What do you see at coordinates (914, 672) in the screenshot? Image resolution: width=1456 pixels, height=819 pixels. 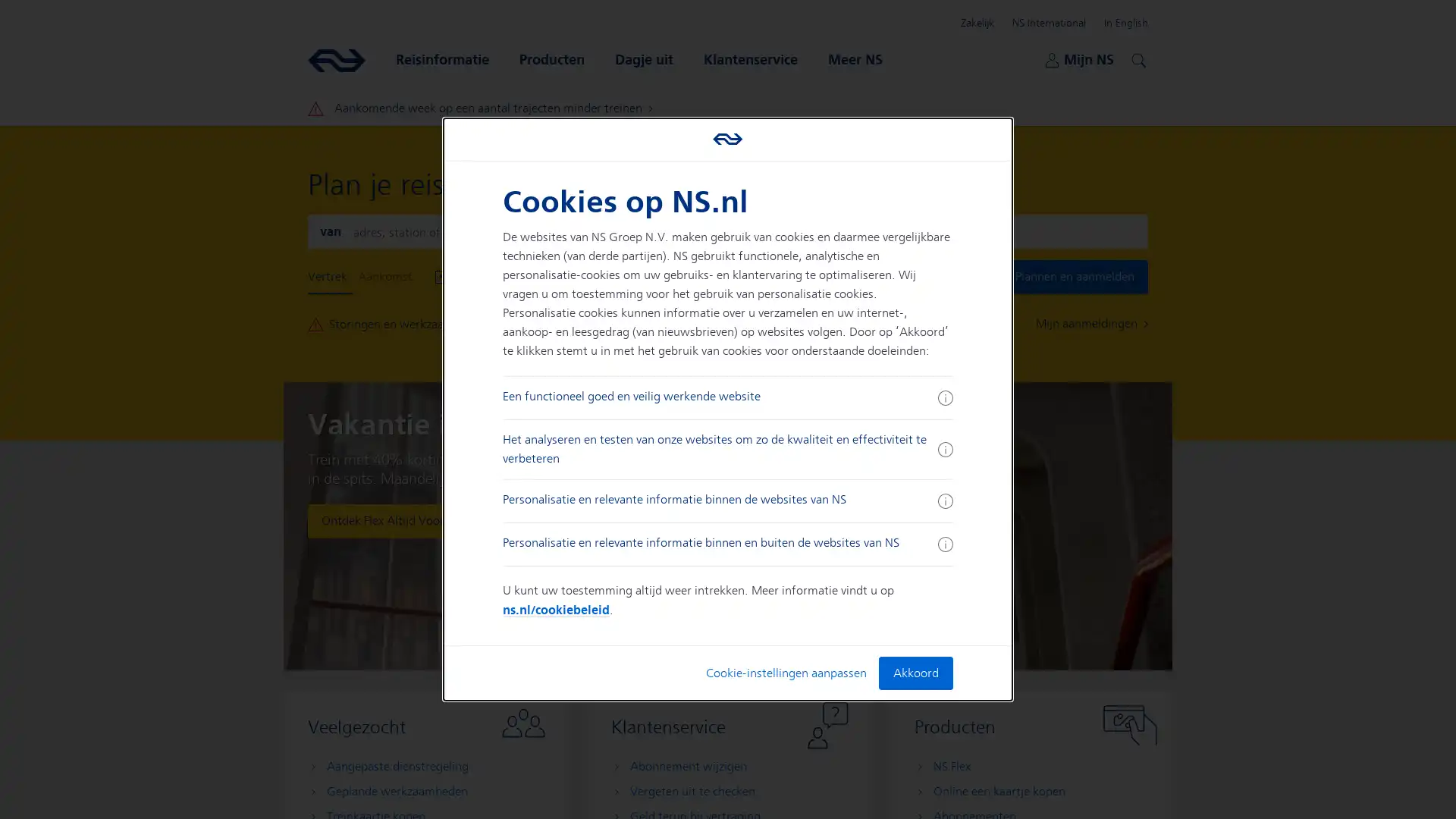 I see `Akkoord` at bounding box center [914, 672].